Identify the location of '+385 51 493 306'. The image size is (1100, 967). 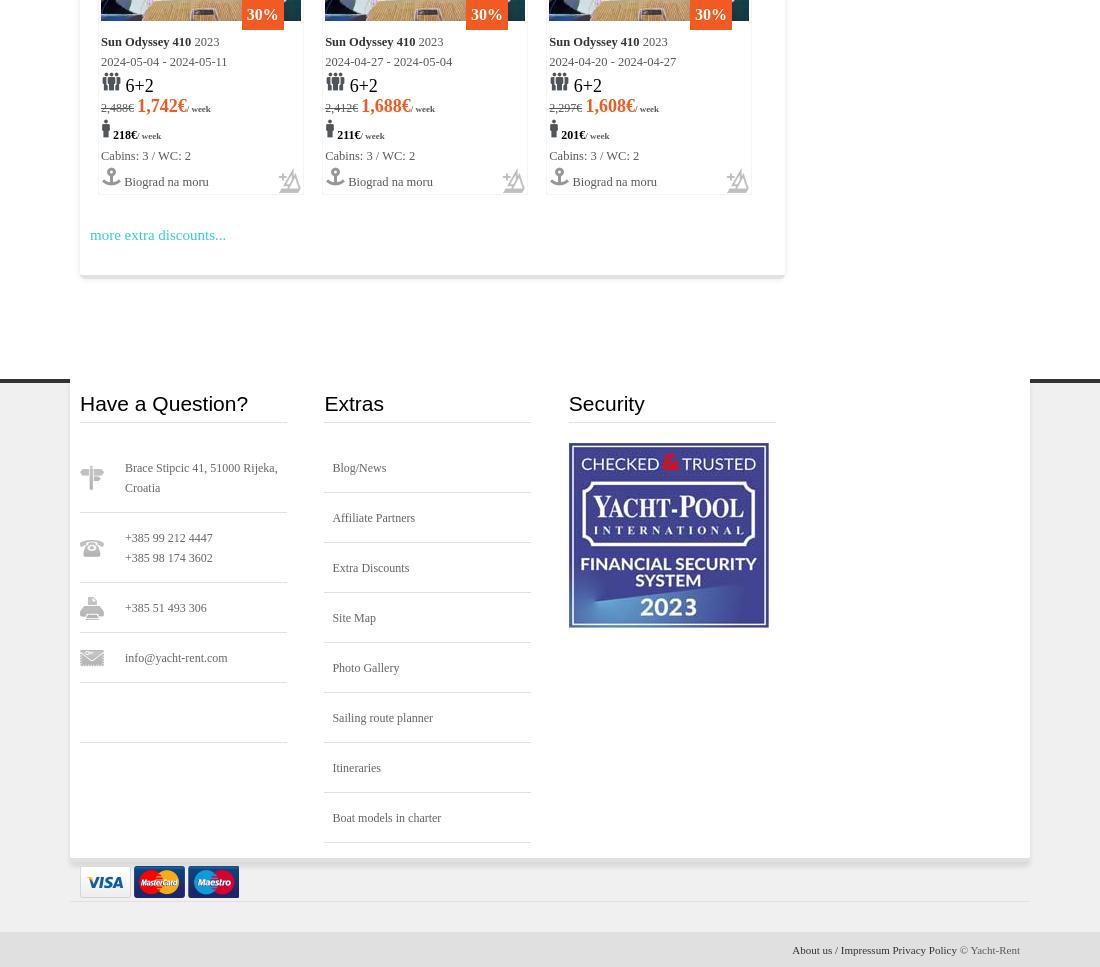
(124, 607).